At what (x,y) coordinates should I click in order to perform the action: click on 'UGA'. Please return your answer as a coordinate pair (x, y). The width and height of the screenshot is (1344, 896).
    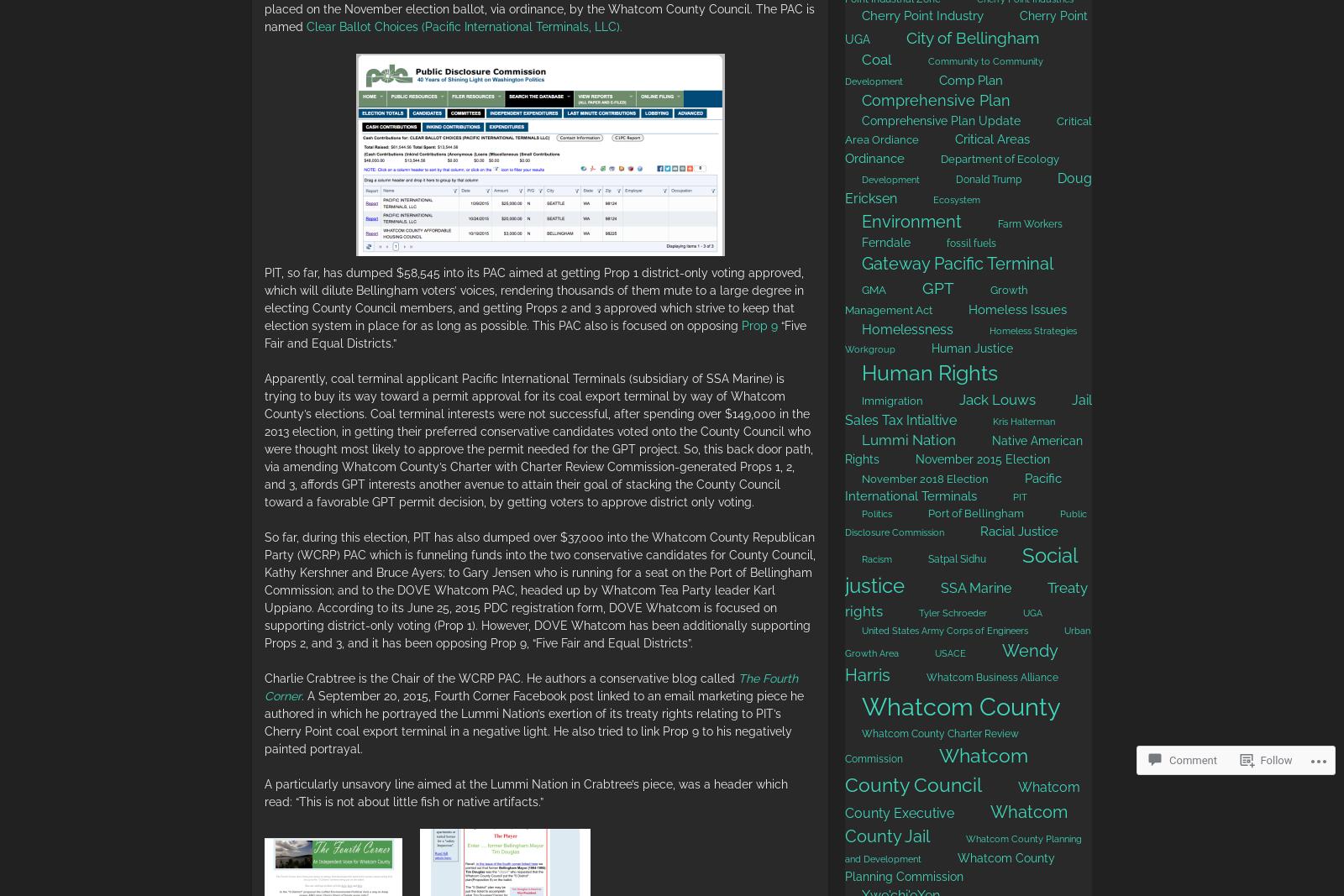
    Looking at the image, I should click on (1021, 611).